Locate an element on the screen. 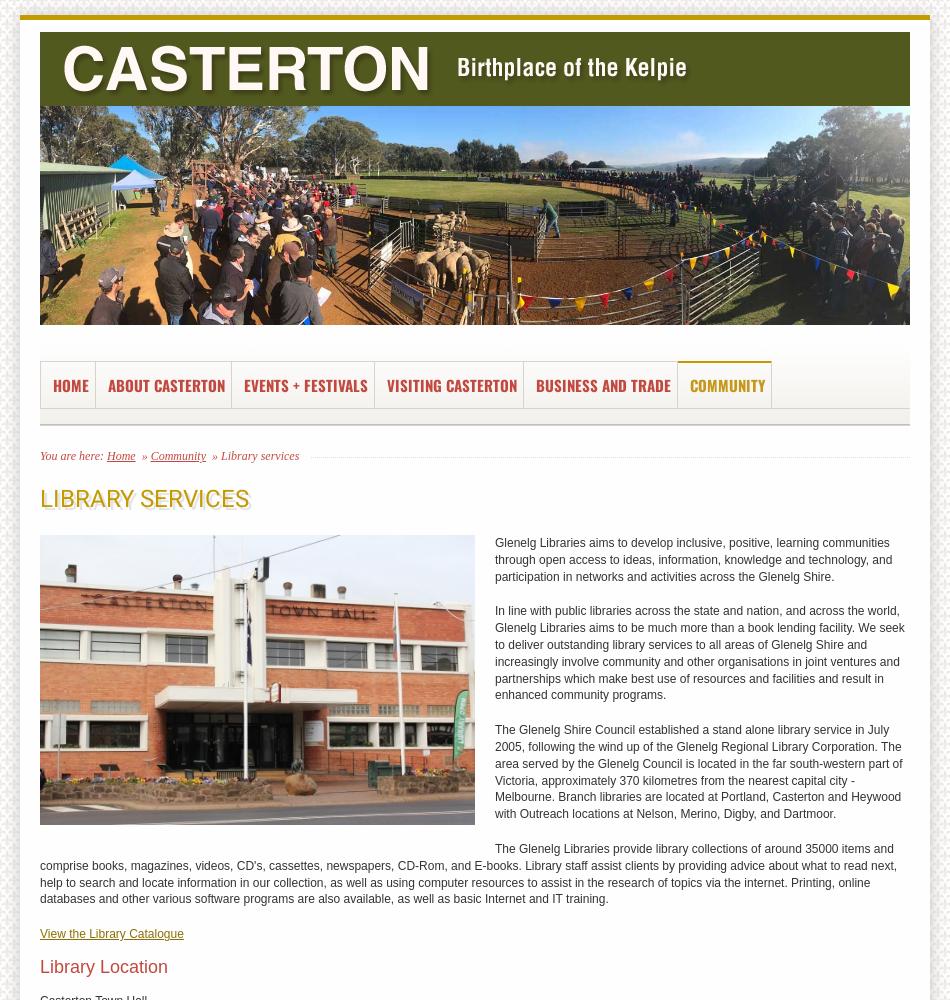  'You are here:' is located at coordinates (39, 455).